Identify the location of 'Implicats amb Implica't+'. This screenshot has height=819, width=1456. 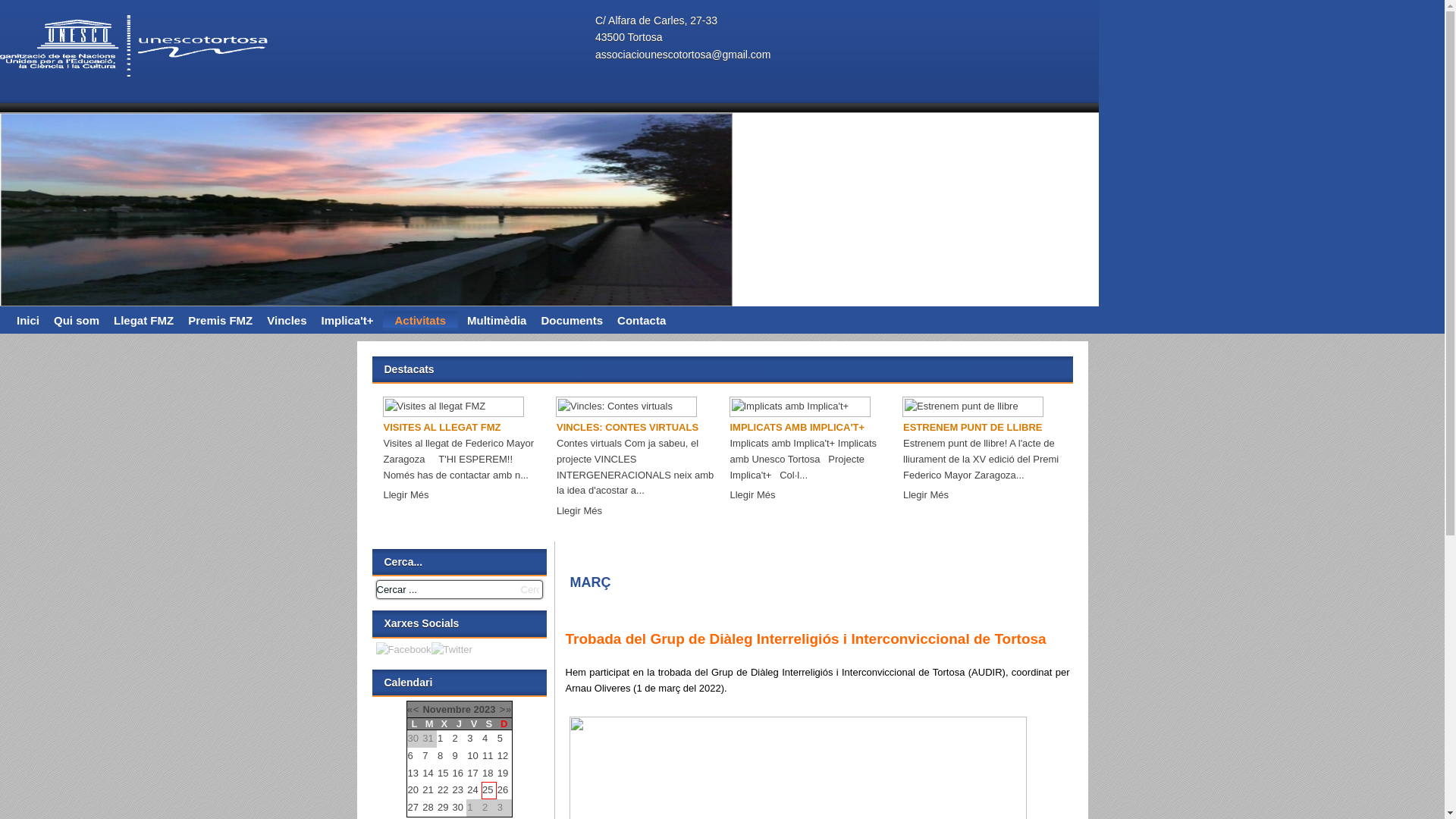
(799, 406).